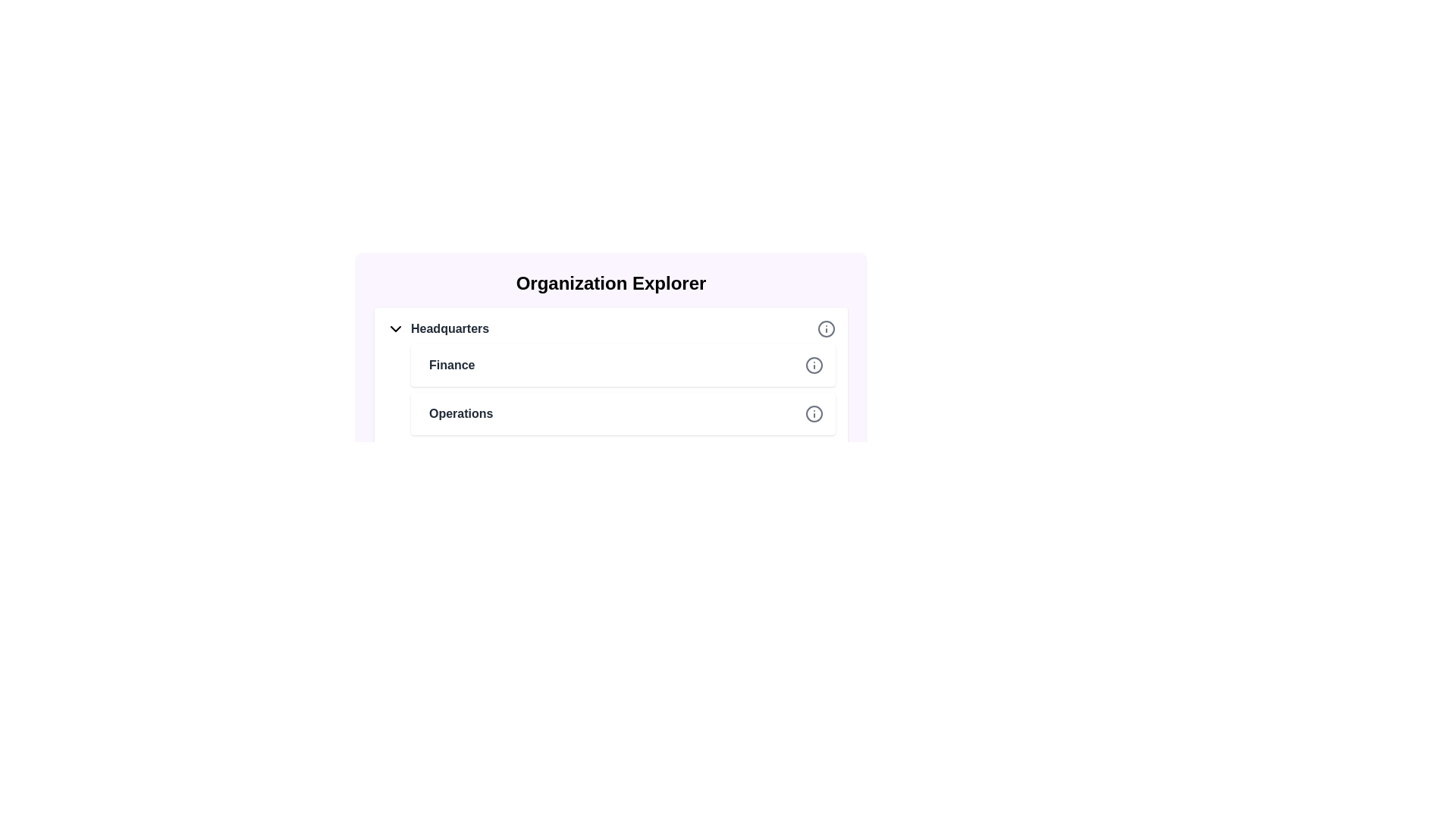 Image resolution: width=1456 pixels, height=819 pixels. I want to click on the 'Headquarters' text label in the Organization Explorer list, so click(437, 328).